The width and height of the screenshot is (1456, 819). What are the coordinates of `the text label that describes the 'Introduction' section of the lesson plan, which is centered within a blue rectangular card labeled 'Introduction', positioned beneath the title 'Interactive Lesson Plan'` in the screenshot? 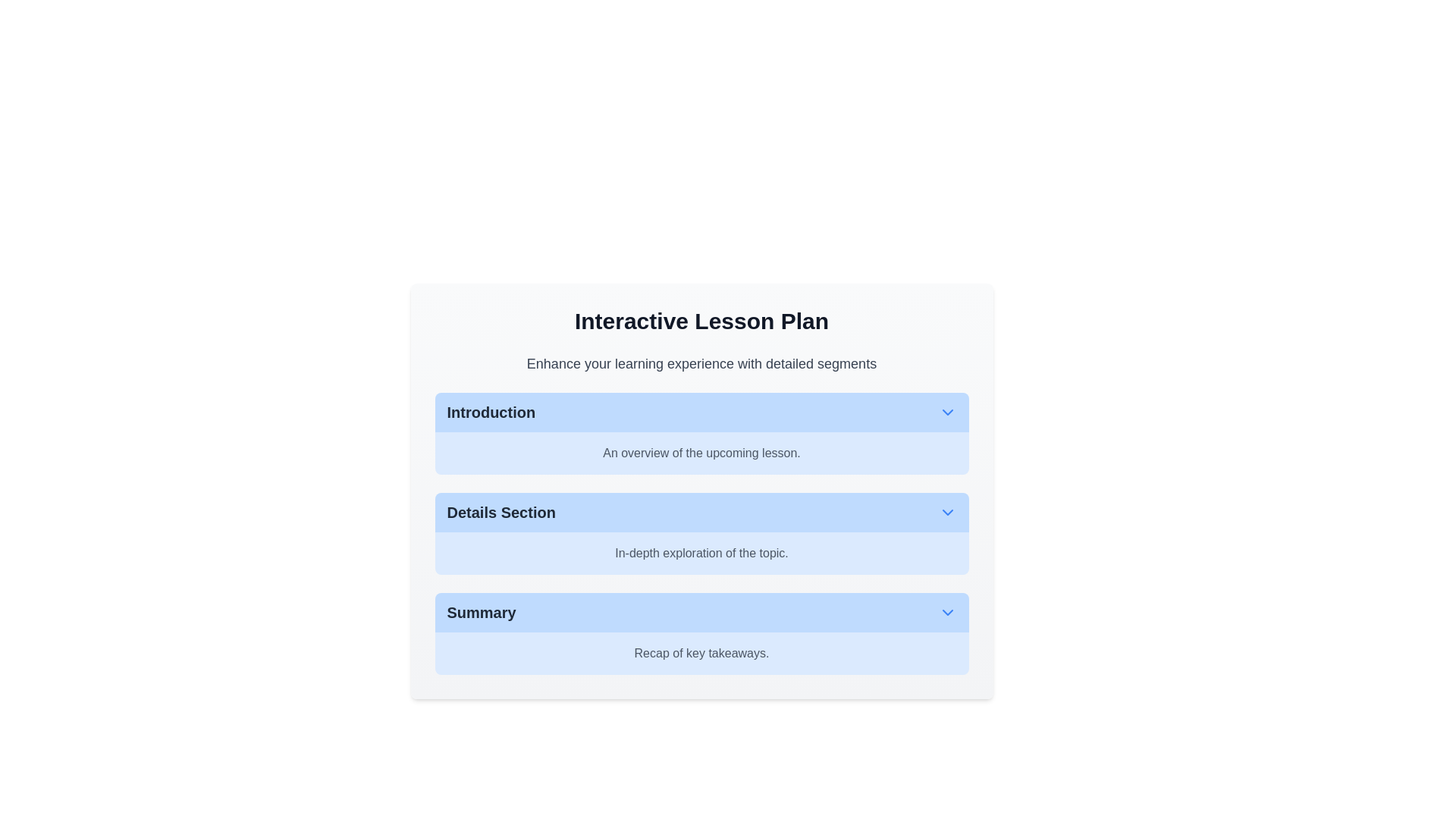 It's located at (701, 452).